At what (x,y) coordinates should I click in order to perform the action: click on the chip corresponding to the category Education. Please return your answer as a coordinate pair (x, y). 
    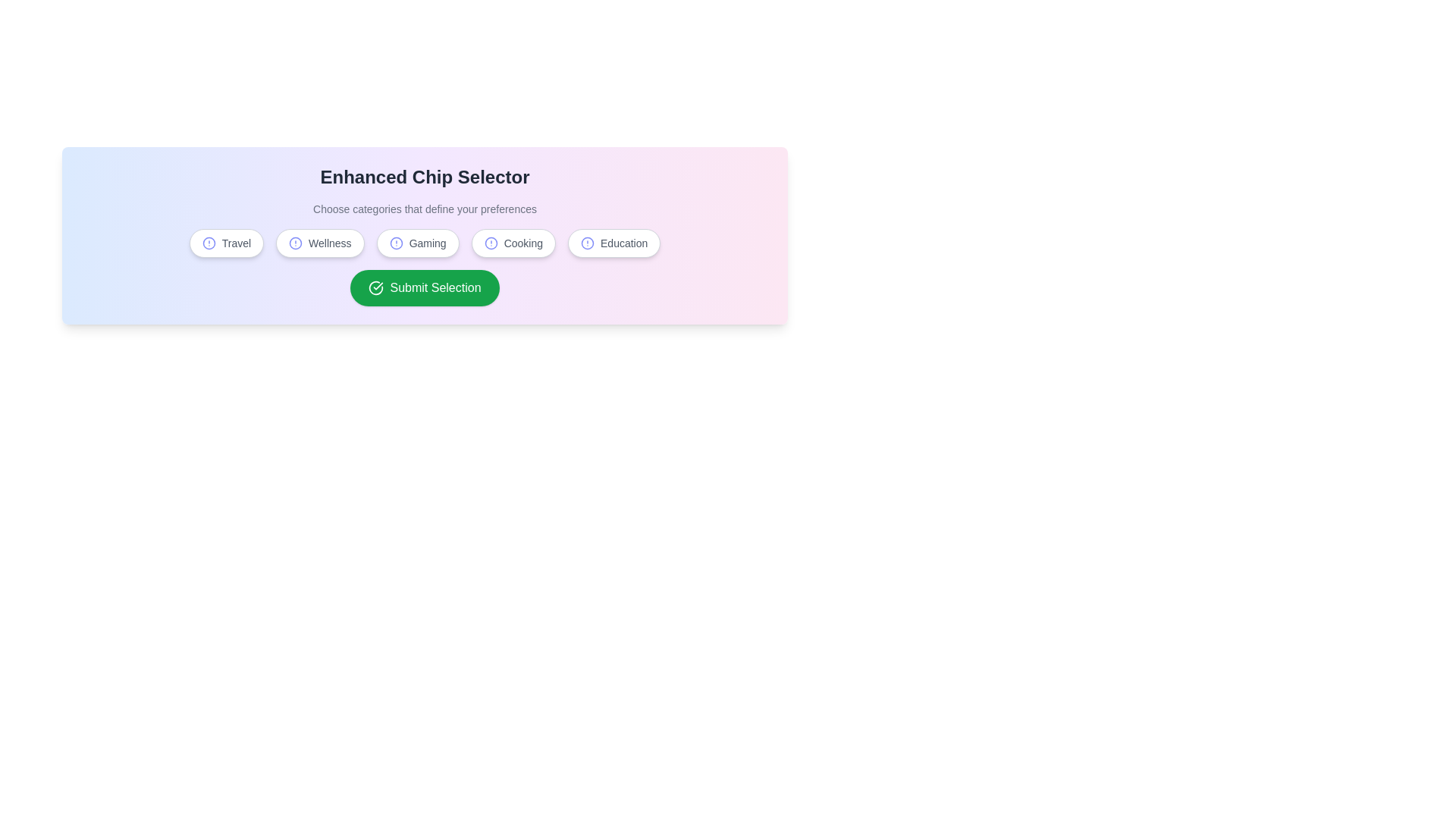
    Looking at the image, I should click on (614, 242).